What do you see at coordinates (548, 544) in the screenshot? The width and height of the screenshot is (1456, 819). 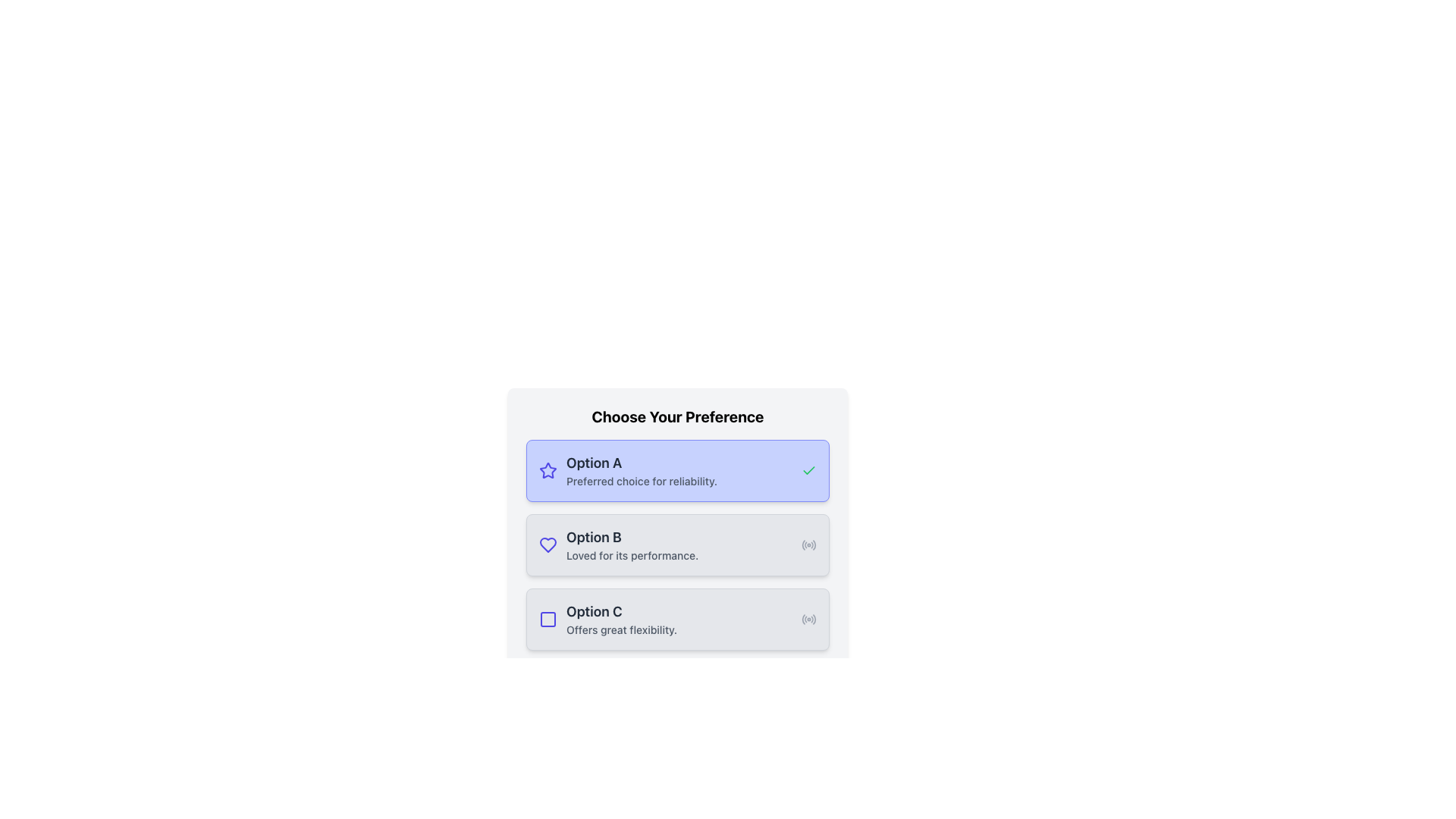 I see `the heart icon within the 'Option B' button` at bounding box center [548, 544].